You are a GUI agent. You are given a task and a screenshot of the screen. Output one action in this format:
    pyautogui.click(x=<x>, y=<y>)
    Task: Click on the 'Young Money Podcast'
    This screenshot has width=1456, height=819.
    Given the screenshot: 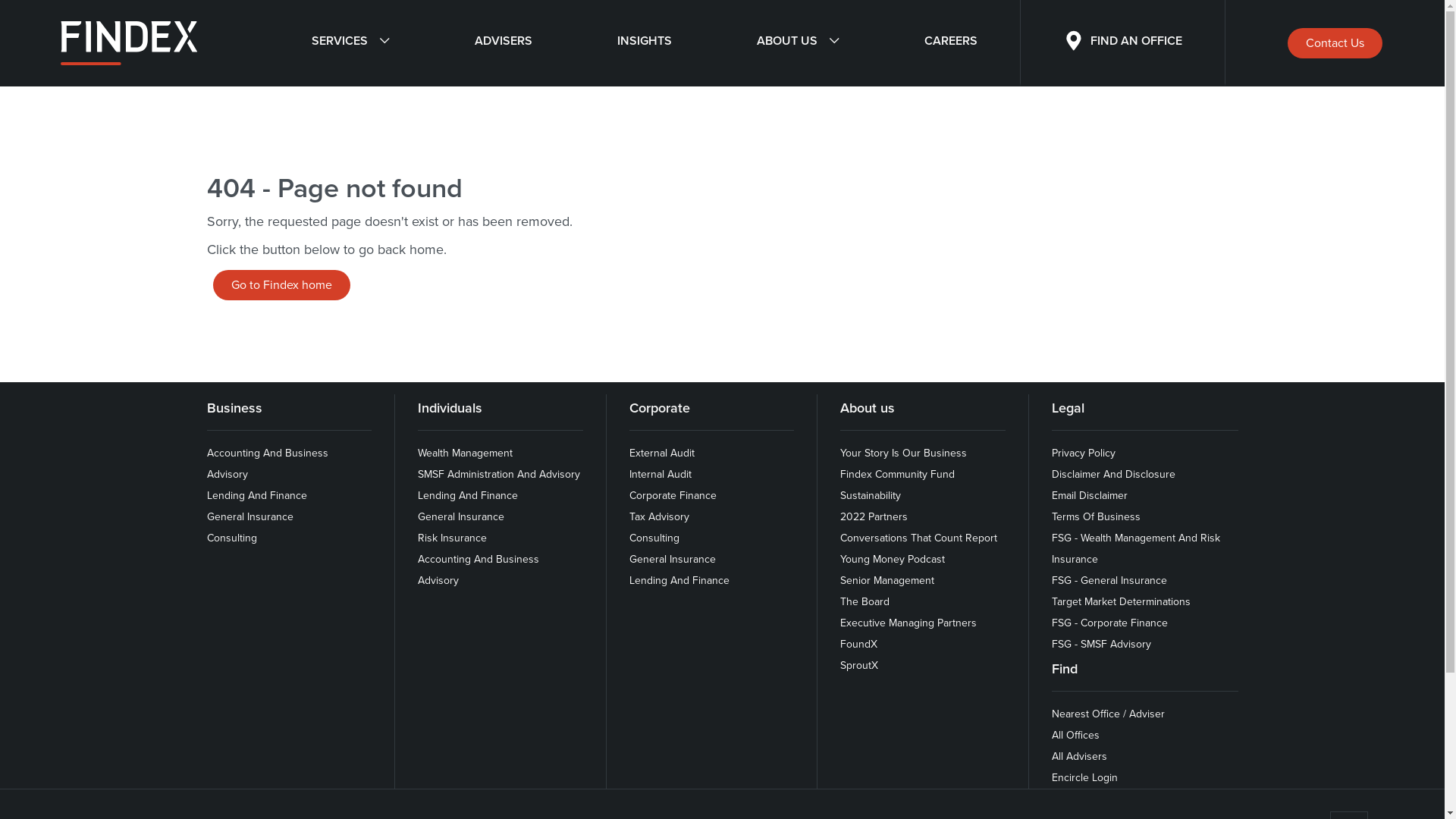 What is the action you would take?
    pyautogui.click(x=892, y=559)
    